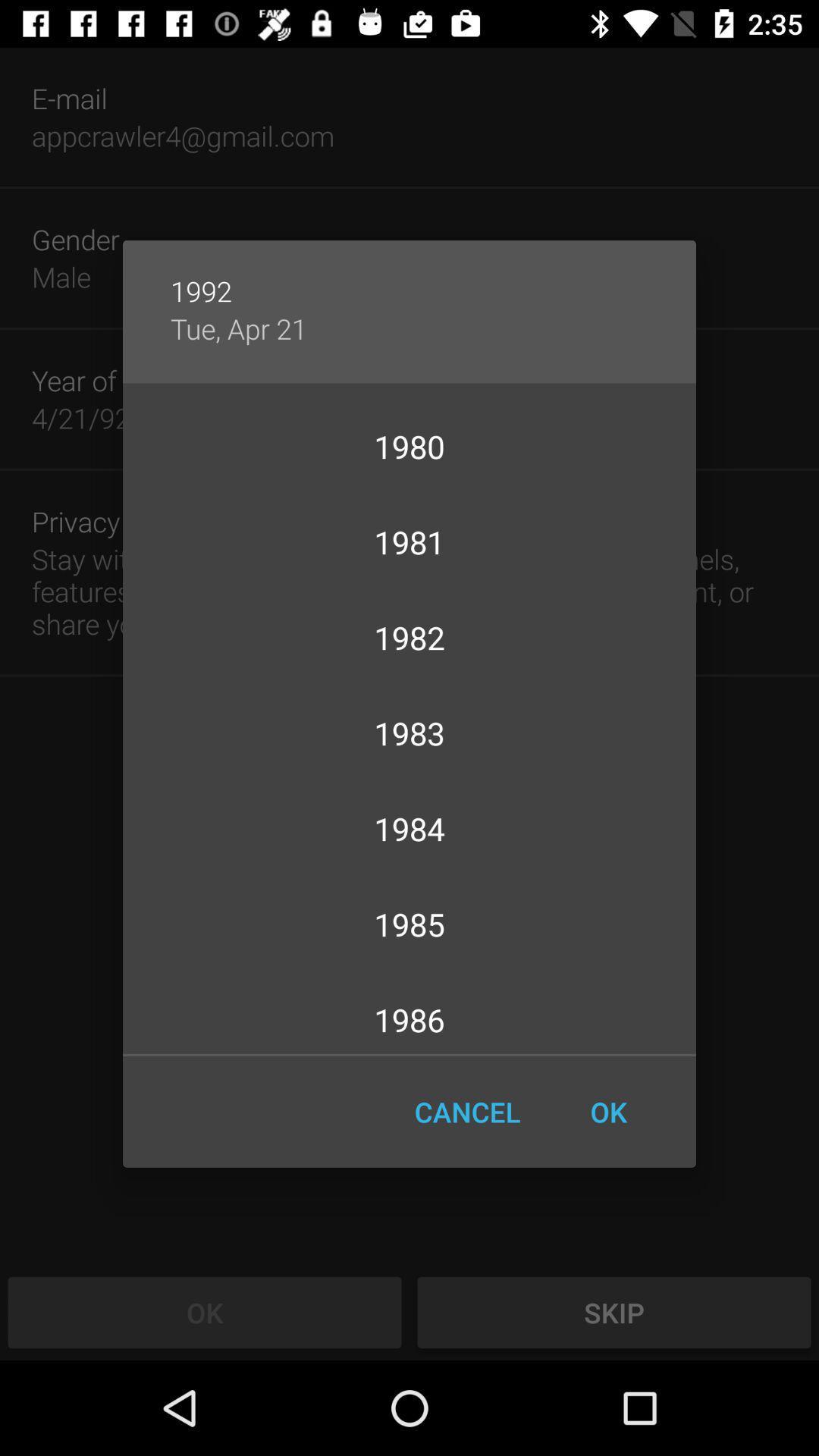 This screenshot has height=1456, width=819. Describe the element at coordinates (239, 328) in the screenshot. I see `app at the top left corner` at that location.